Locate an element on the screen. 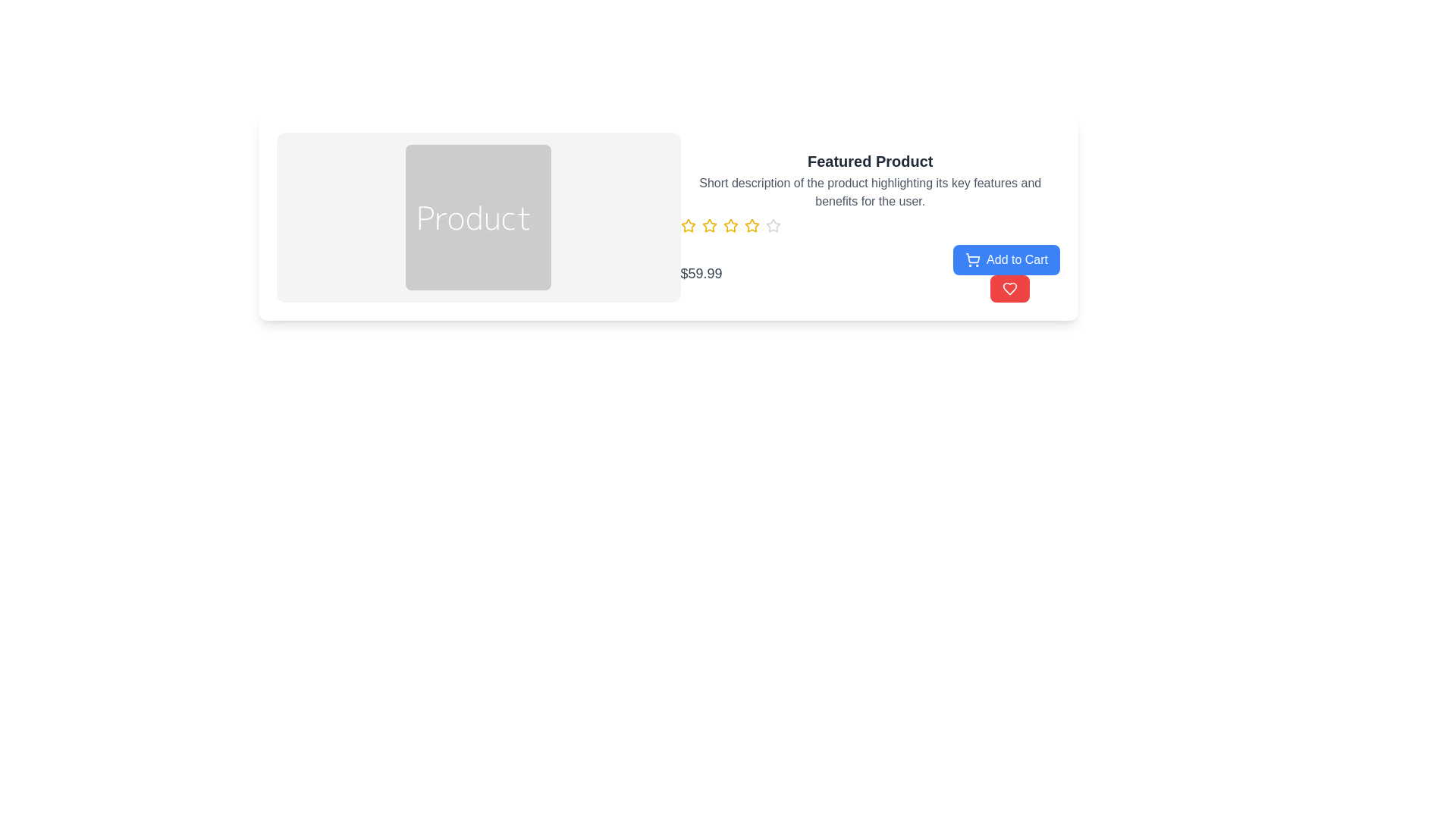 The width and height of the screenshot is (1456, 819). the fourth yellow star icon in the rating row to adjust or view the rating is located at coordinates (730, 226).